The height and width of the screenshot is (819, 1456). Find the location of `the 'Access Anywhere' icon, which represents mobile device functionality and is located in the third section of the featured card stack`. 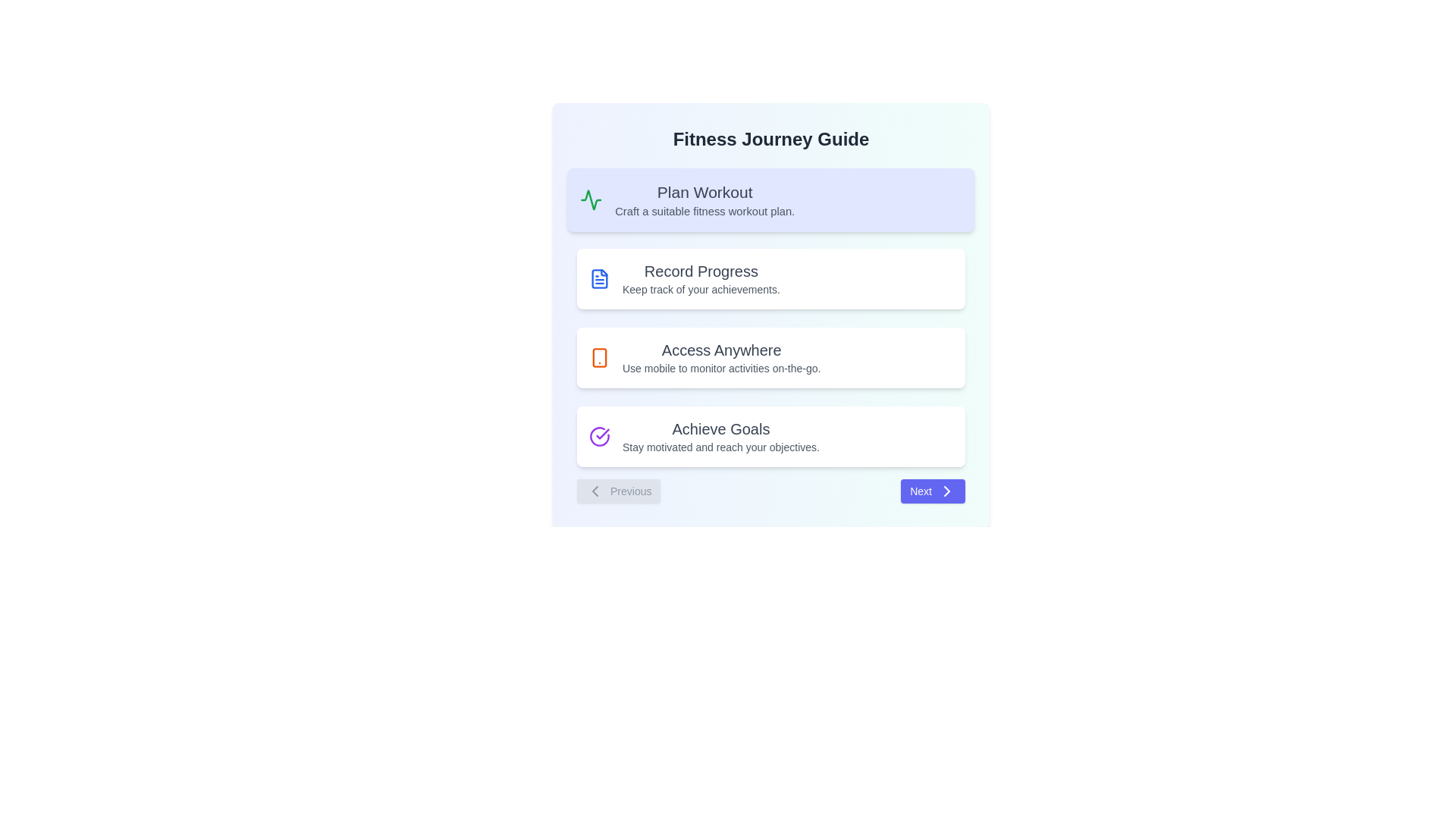

the 'Access Anywhere' icon, which represents mobile device functionality and is located in the third section of the featured card stack is located at coordinates (599, 357).